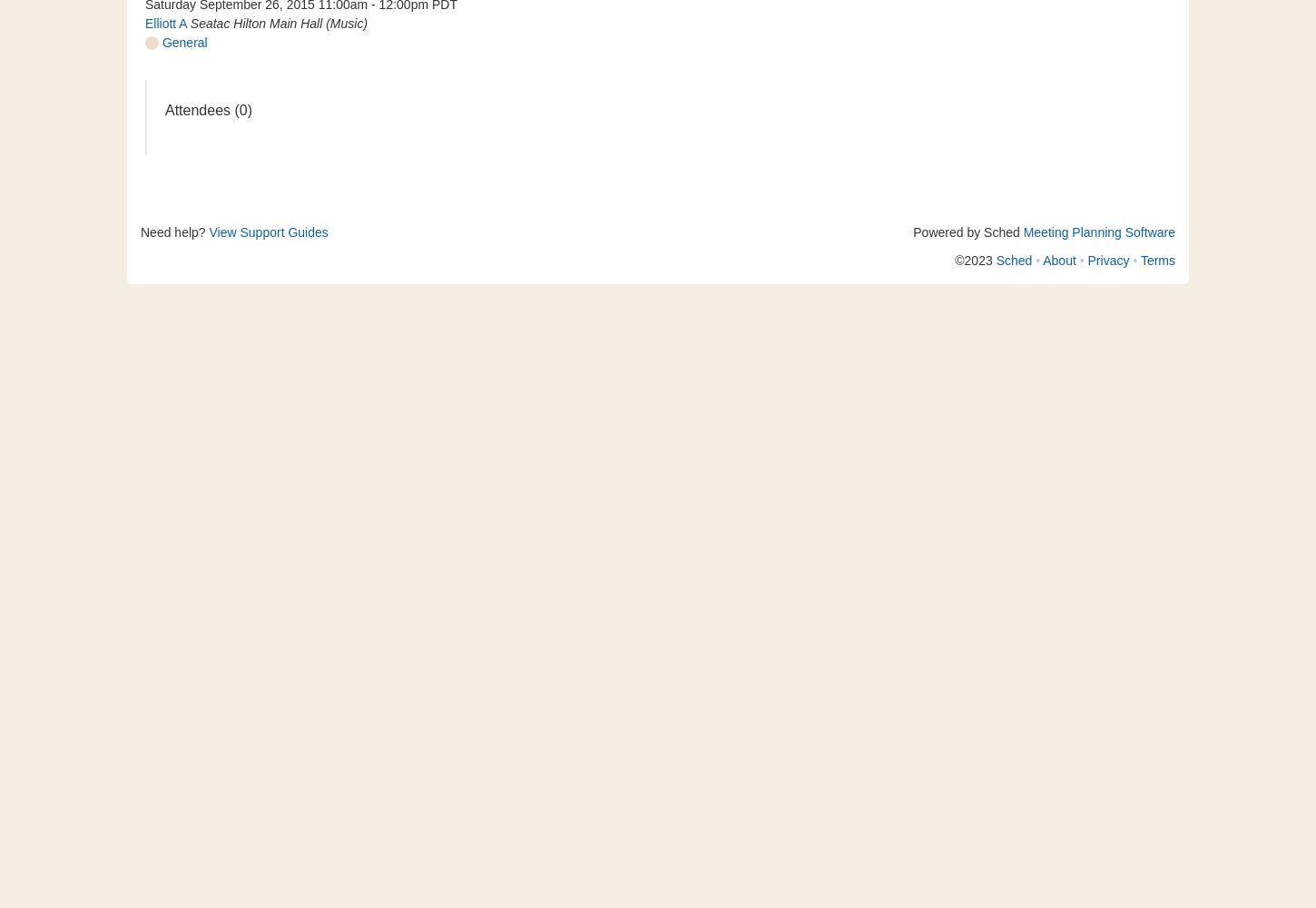 The image size is (1316, 908). Describe the element at coordinates (158, 43) in the screenshot. I see `'General'` at that location.